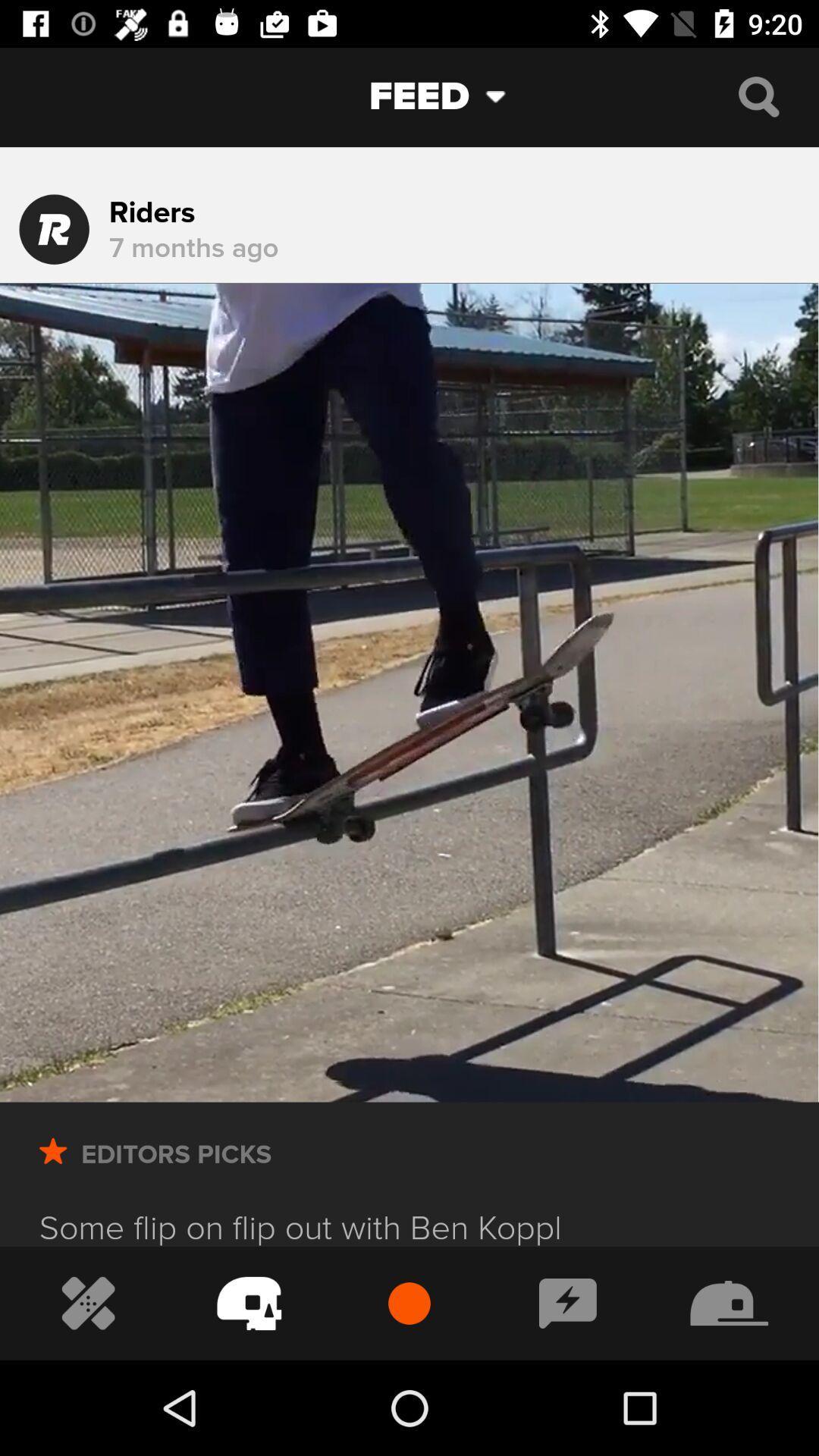 This screenshot has width=819, height=1456. I want to click on saved, so click(52, 1172).